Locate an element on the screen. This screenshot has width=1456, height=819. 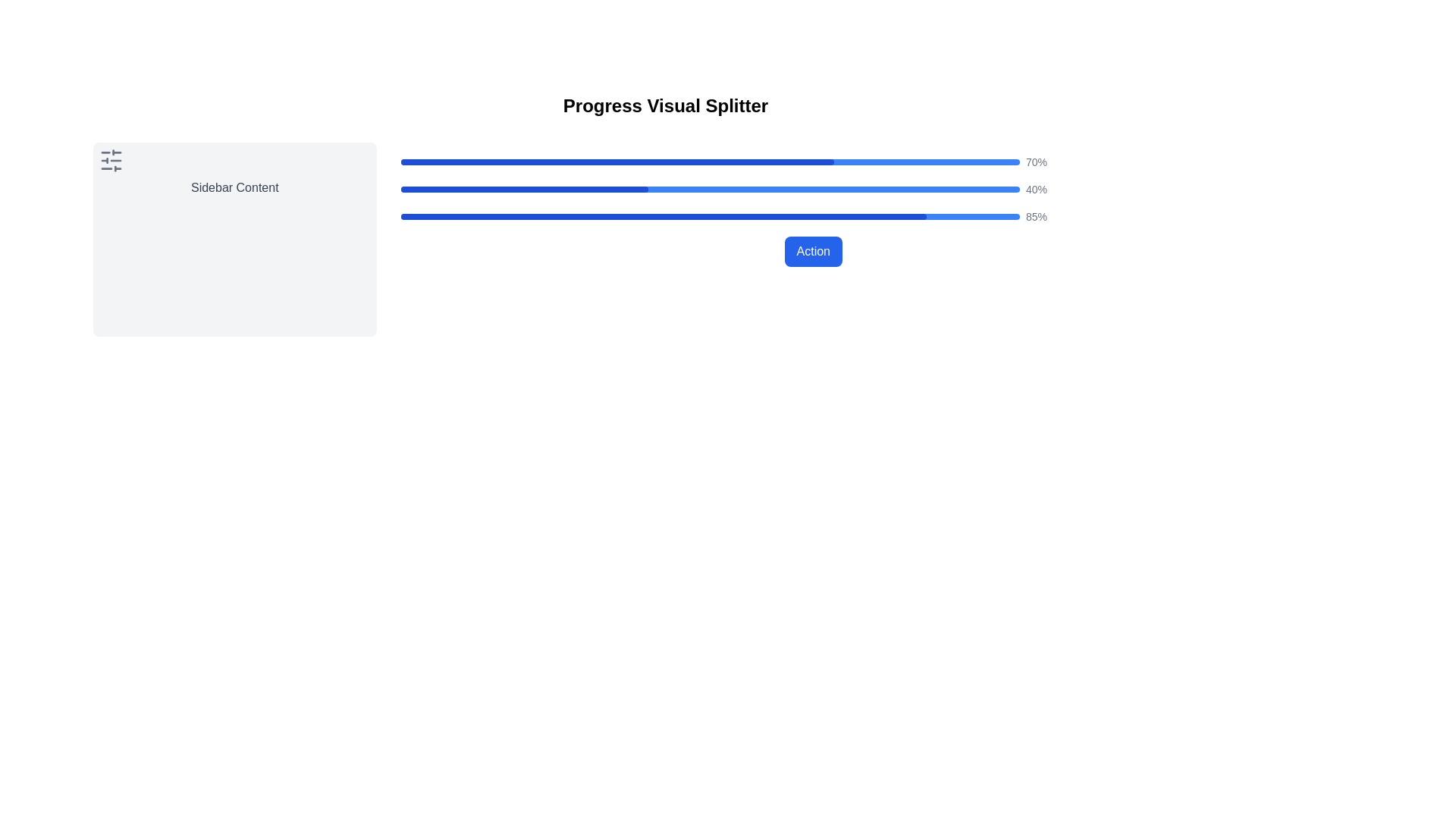
the Progress Bar Filler, which visually represents the completed portion of the first progress bar indicating task completion is located at coordinates (617, 162).